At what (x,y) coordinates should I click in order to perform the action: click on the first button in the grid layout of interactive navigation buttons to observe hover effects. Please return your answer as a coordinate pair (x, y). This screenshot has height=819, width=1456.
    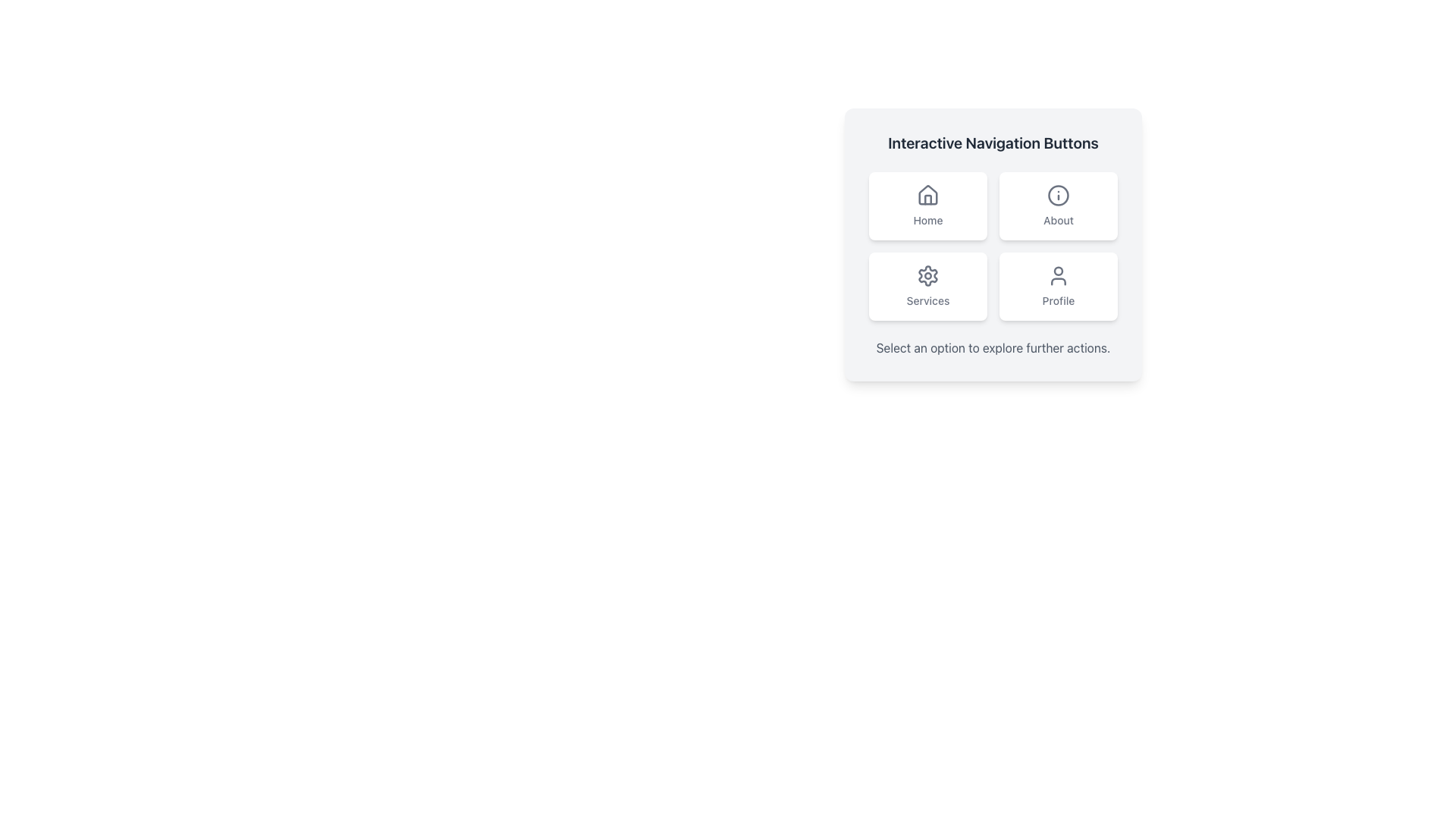
    Looking at the image, I should click on (927, 206).